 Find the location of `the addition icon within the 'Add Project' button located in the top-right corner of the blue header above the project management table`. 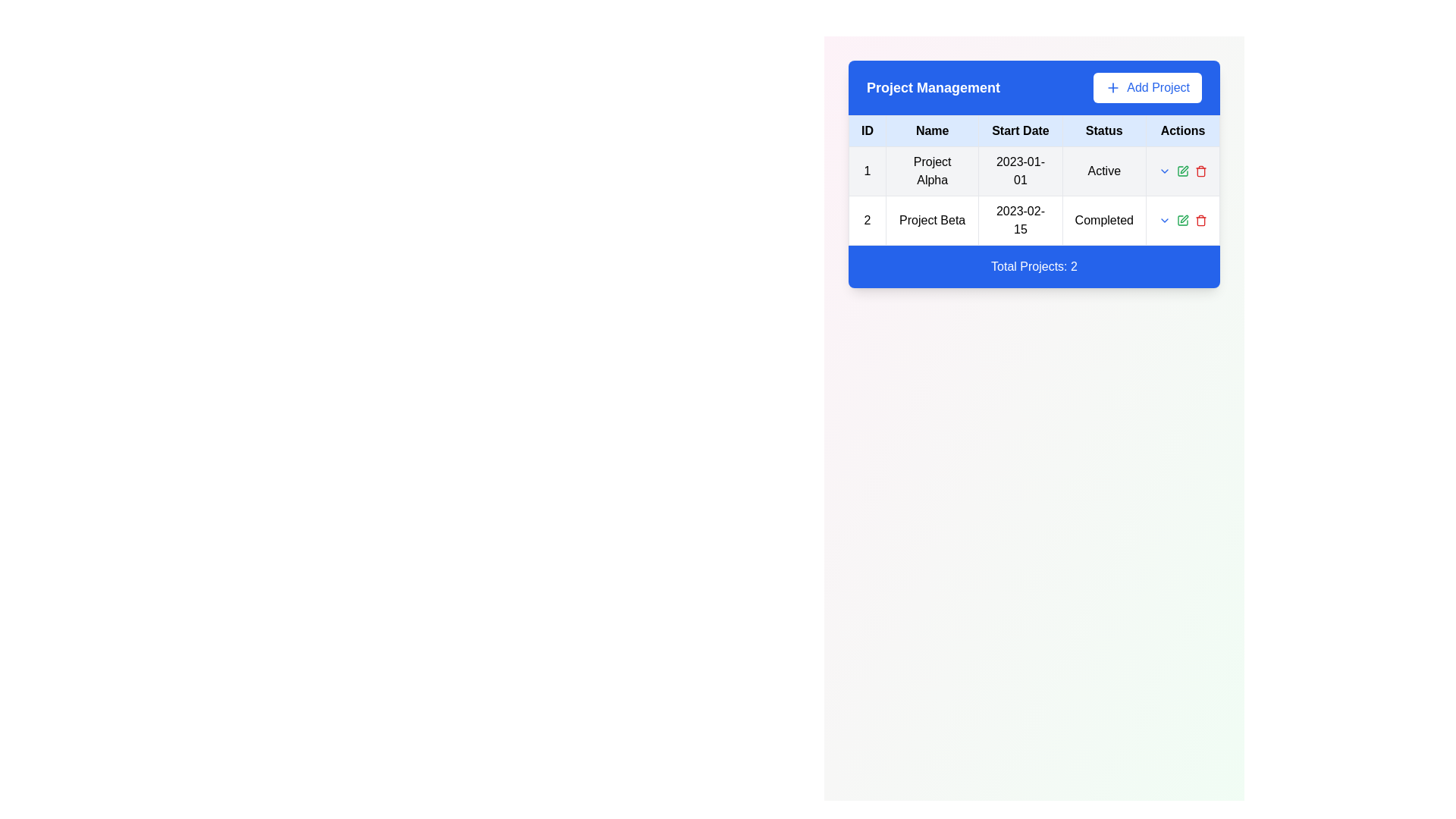

the addition icon within the 'Add Project' button located in the top-right corner of the blue header above the project management table is located at coordinates (1113, 87).